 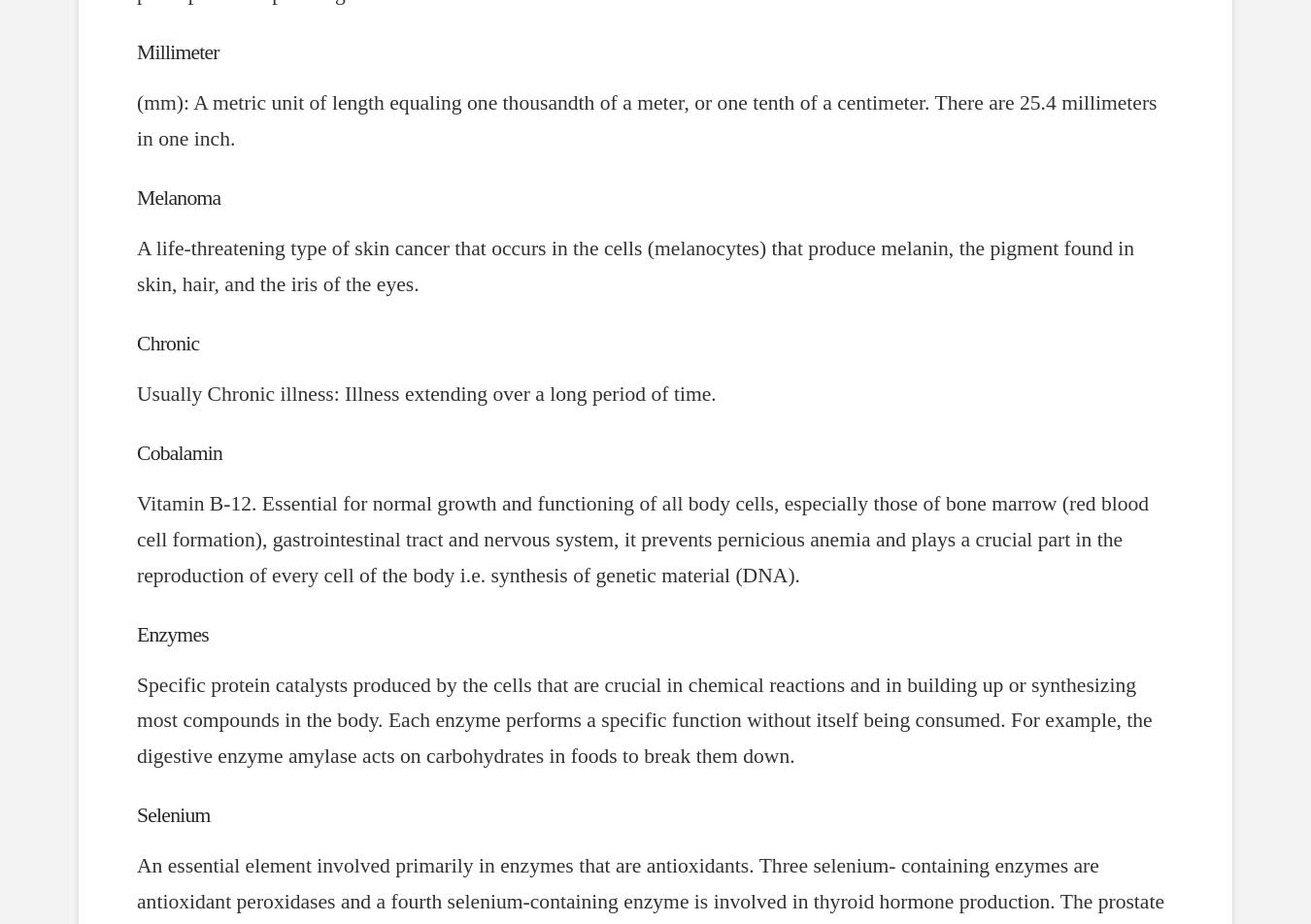 What do you see at coordinates (178, 51) in the screenshot?
I see `'Millimeter'` at bounding box center [178, 51].